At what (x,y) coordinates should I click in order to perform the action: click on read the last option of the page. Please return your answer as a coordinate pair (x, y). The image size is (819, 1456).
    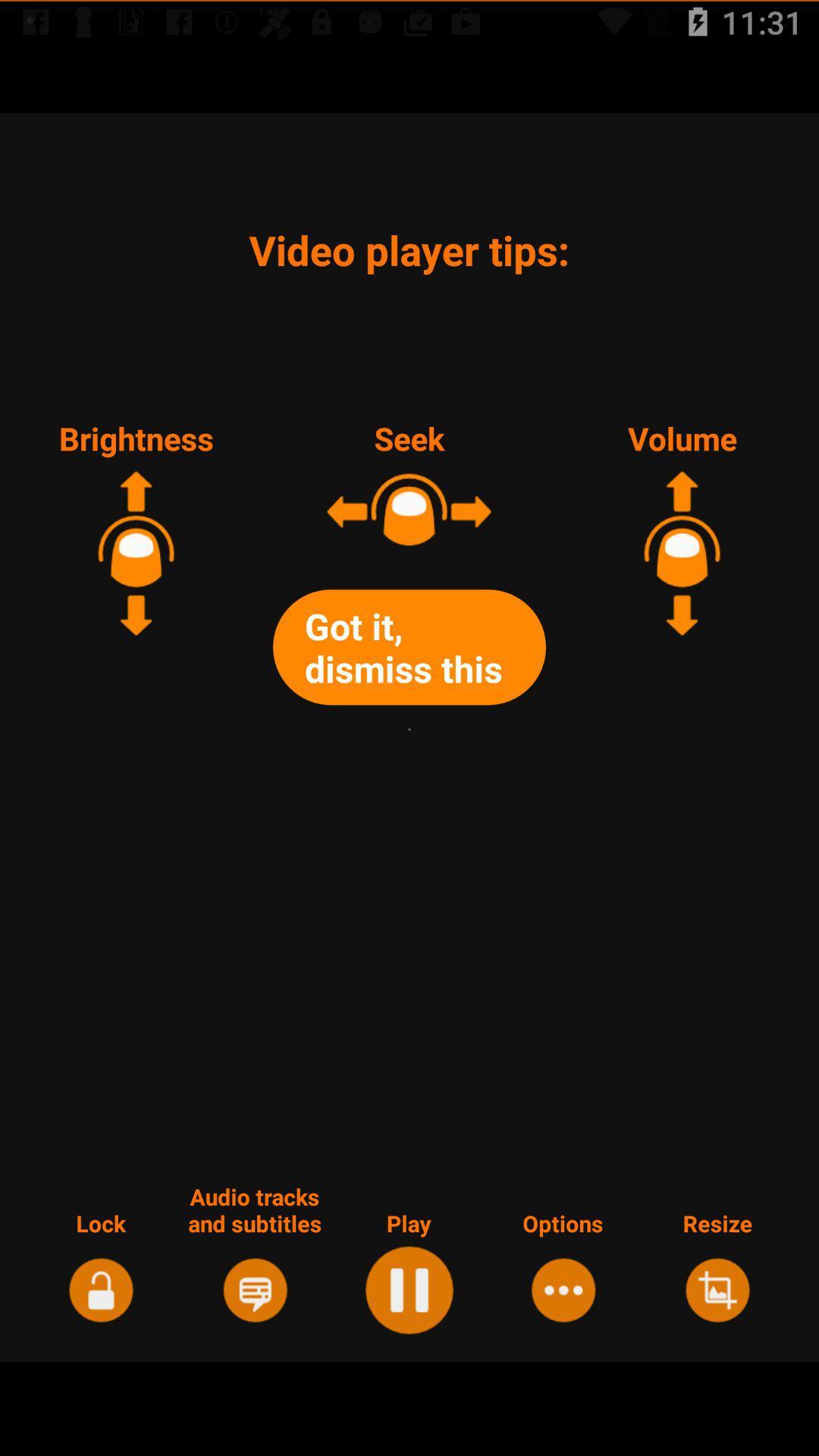
    Looking at the image, I should click on (717, 1288).